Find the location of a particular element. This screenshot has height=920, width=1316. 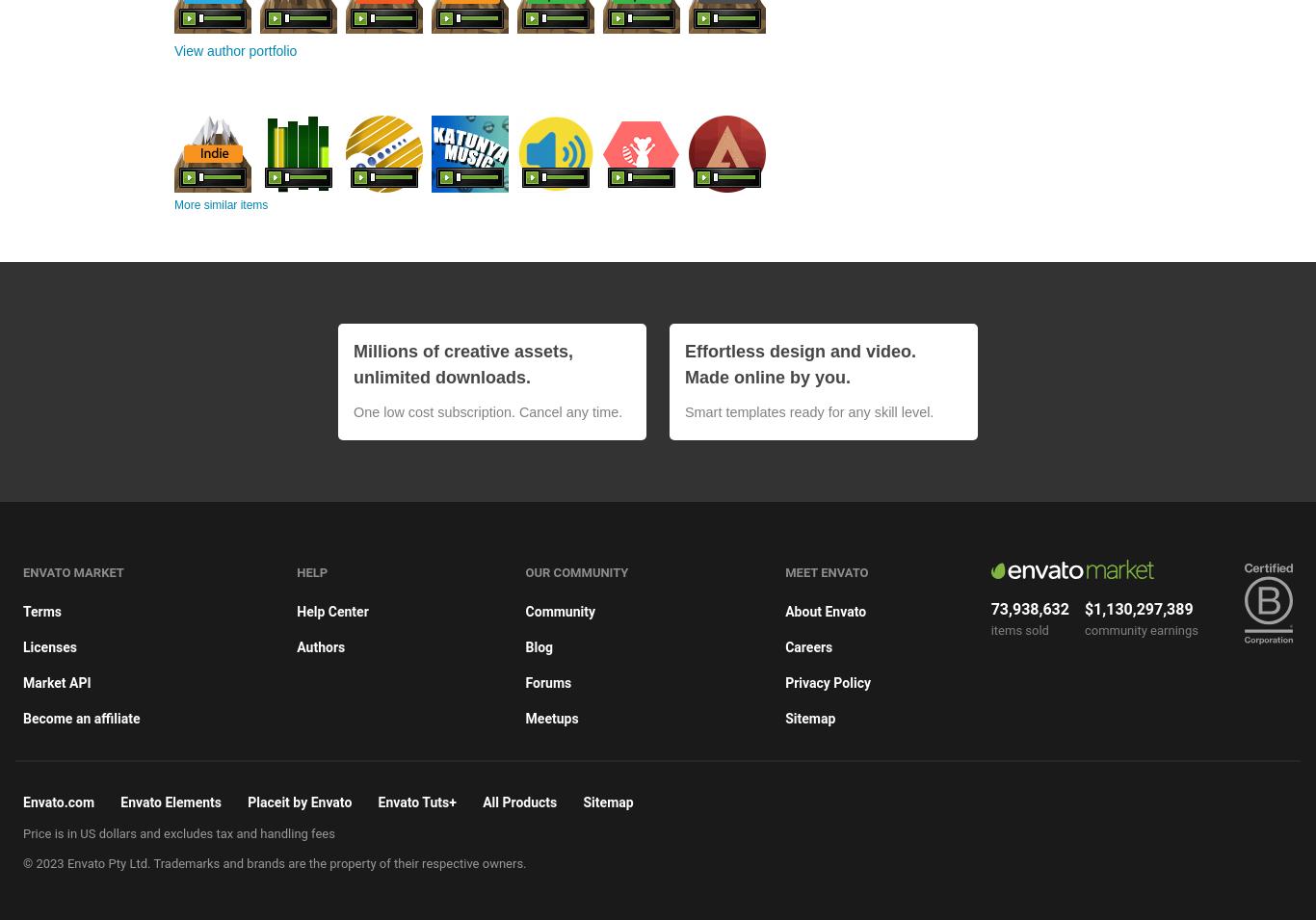

'Authors' is located at coordinates (297, 644).